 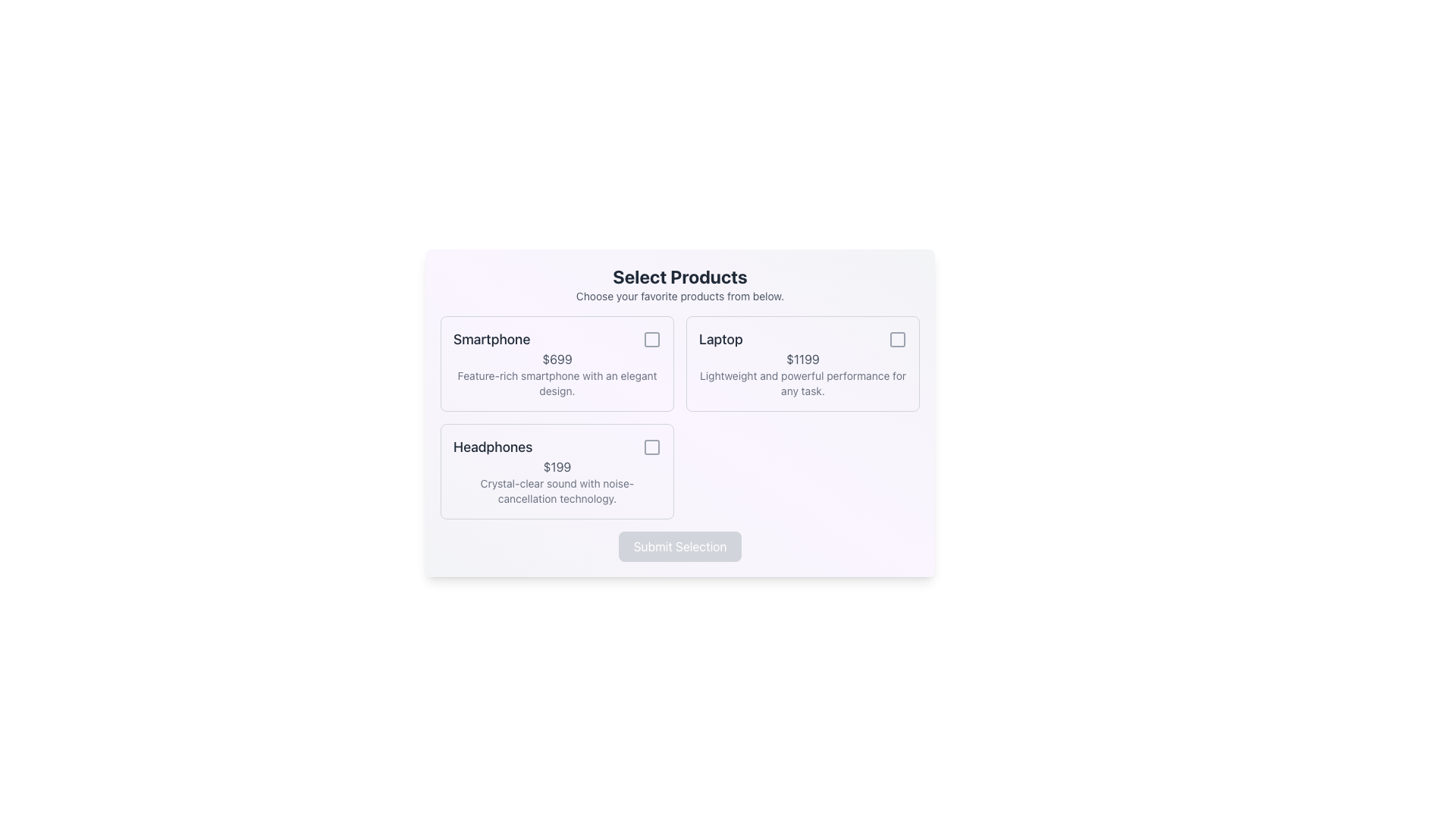 I want to click on the small-sized text block element styled in gray font that describes the product features, located below the price text '$1199' in the 'Laptop' product card, so click(x=802, y=382).